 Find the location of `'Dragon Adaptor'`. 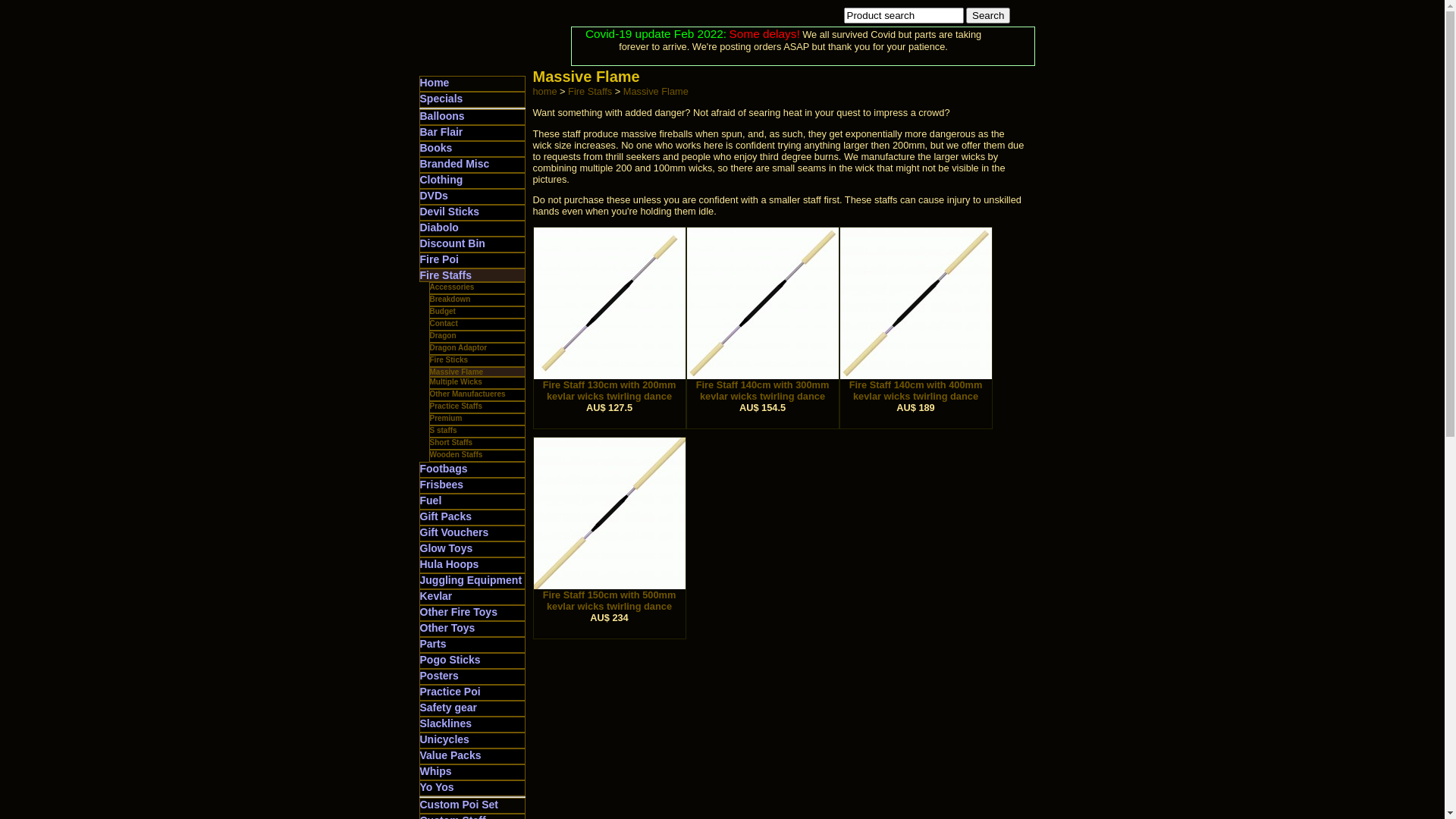

'Dragon Adaptor' is located at coordinates (457, 347).